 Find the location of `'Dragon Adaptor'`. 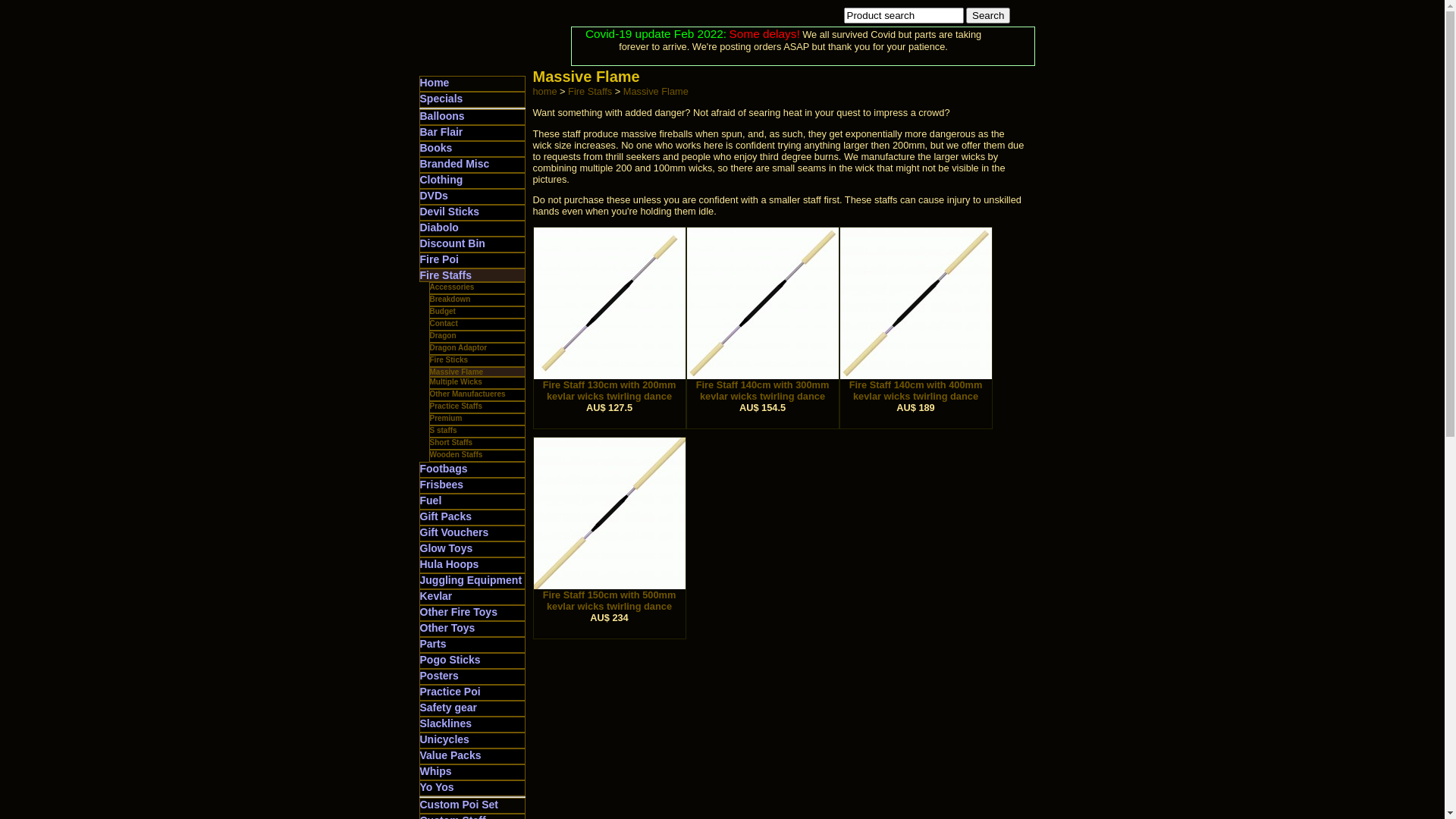

'Dragon Adaptor' is located at coordinates (457, 347).